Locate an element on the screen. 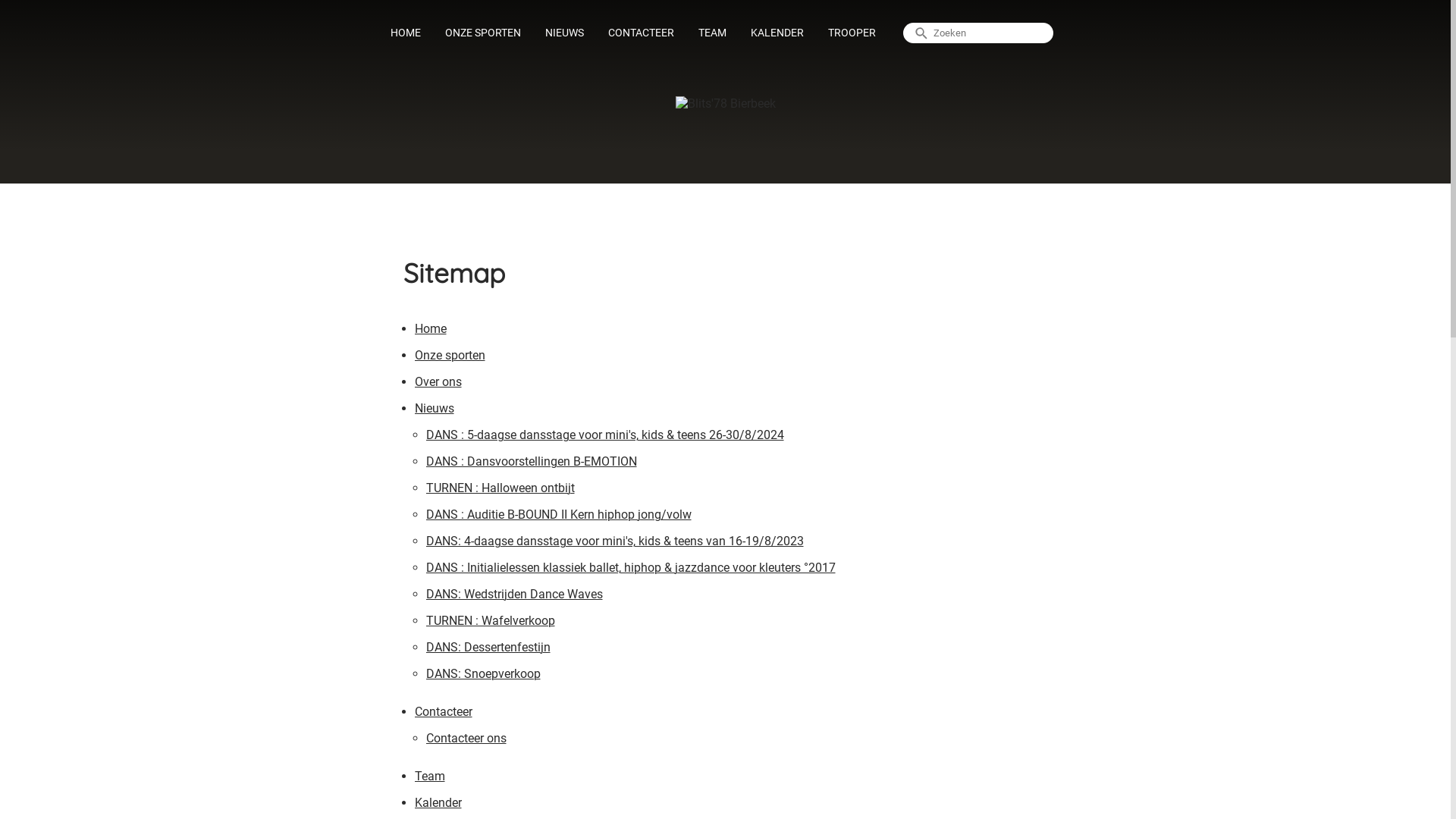  'Blits'78 Bierbeek' is located at coordinates (723, 102).